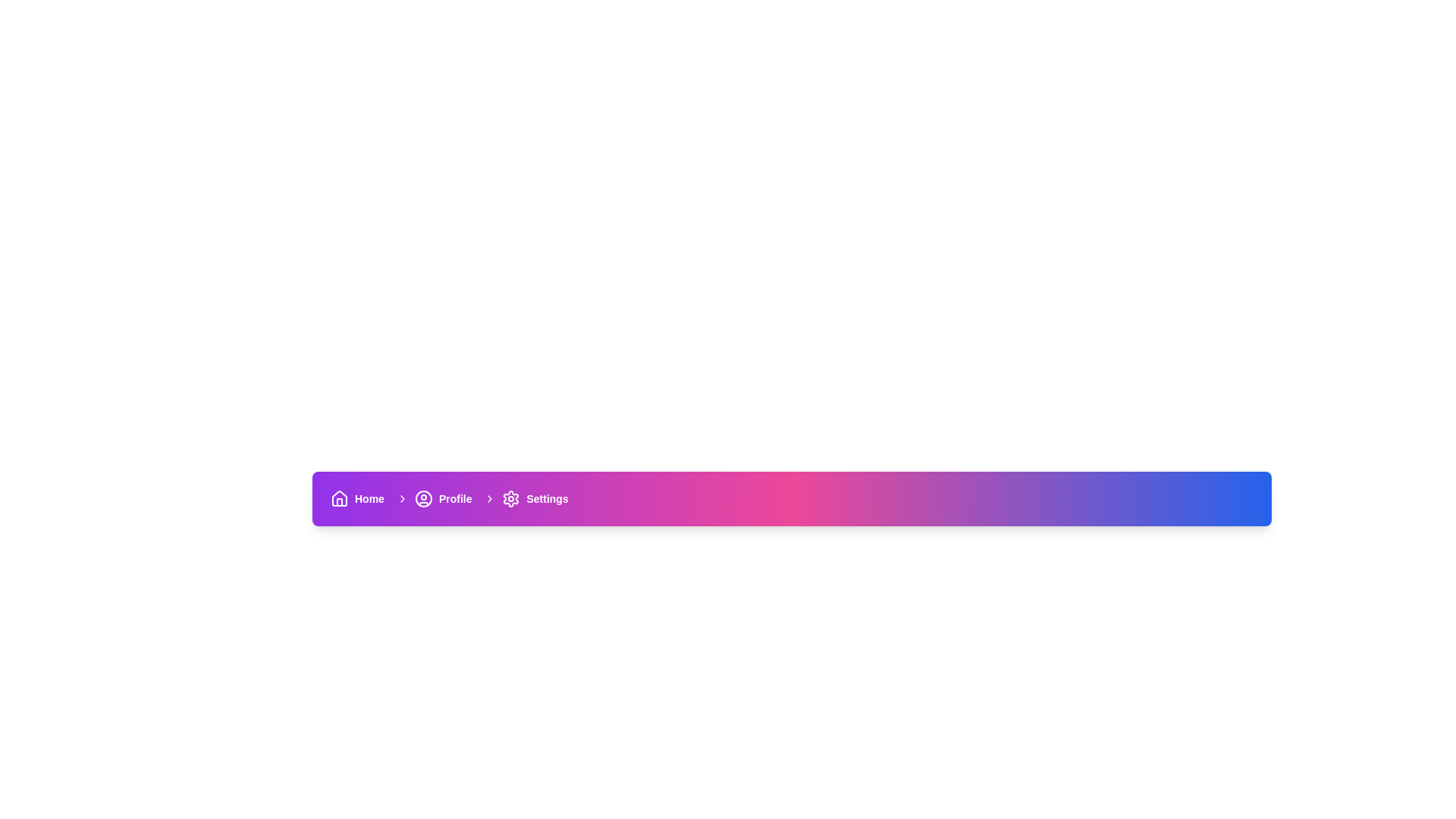  Describe the element at coordinates (338, 497) in the screenshot. I see `the 'Home' icon located in the bottom-right navigation bar, which serves as a button directing users to the main dashboard` at that location.